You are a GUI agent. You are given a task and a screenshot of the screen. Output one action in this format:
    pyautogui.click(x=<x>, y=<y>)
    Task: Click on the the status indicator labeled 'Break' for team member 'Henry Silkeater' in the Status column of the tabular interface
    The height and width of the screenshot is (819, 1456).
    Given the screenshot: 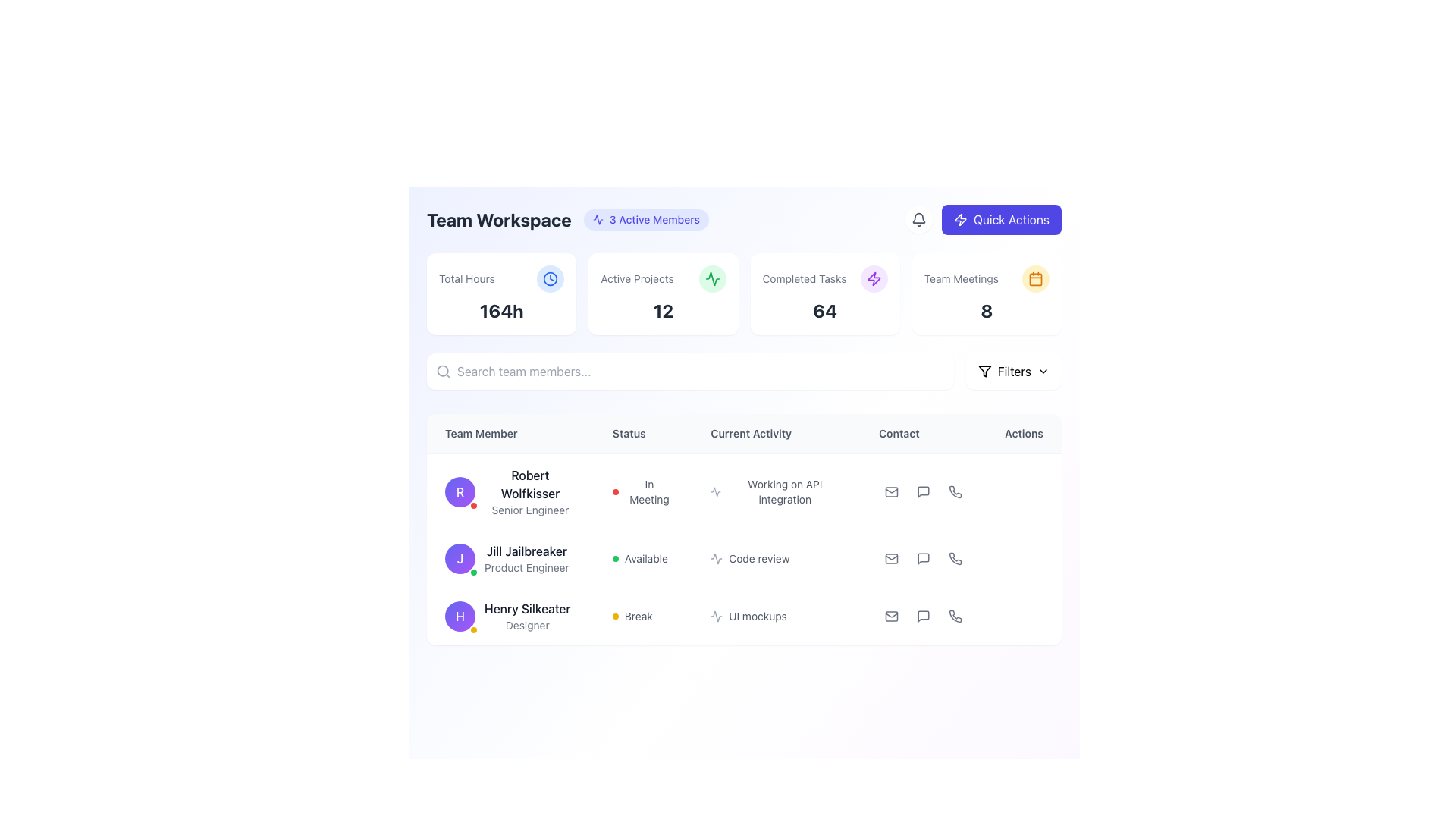 What is the action you would take?
    pyautogui.click(x=643, y=617)
    